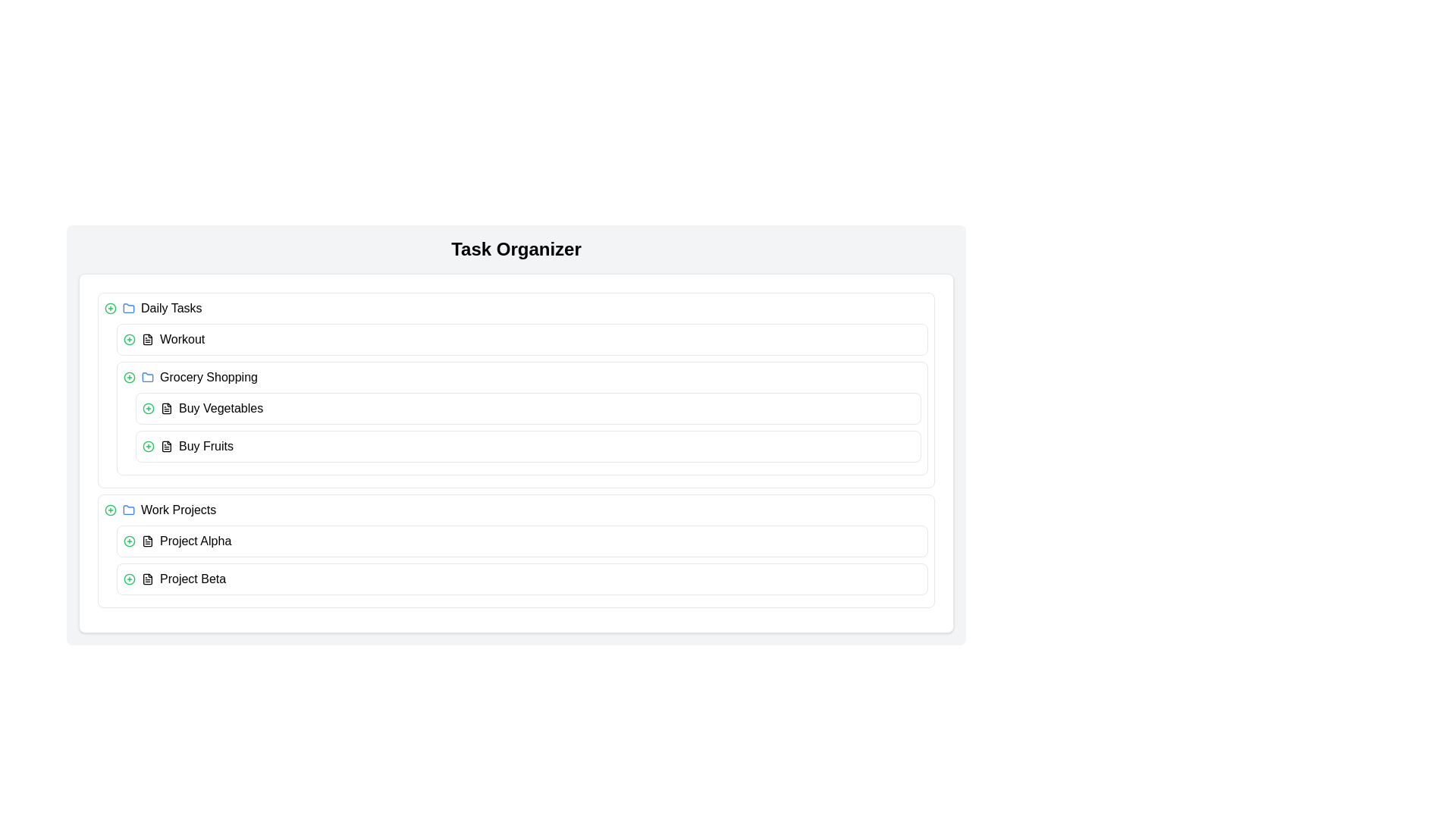 This screenshot has height=819, width=1456. What do you see at coordinates (109, 510) in the screenshot?
I see `the button` at bounding box center [109, 510].